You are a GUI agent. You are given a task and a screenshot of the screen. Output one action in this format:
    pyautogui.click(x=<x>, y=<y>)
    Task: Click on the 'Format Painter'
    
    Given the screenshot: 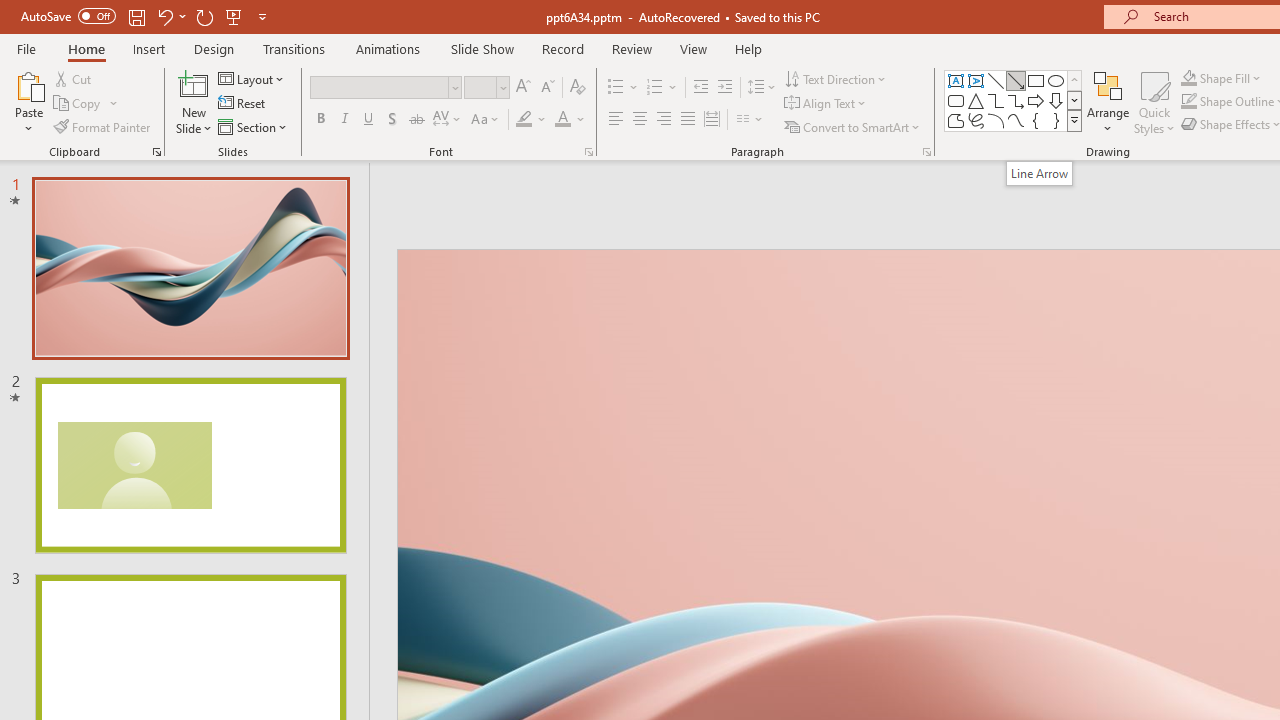 What is the action you would take?
    pyautogui.click(x=102, y=127)
    